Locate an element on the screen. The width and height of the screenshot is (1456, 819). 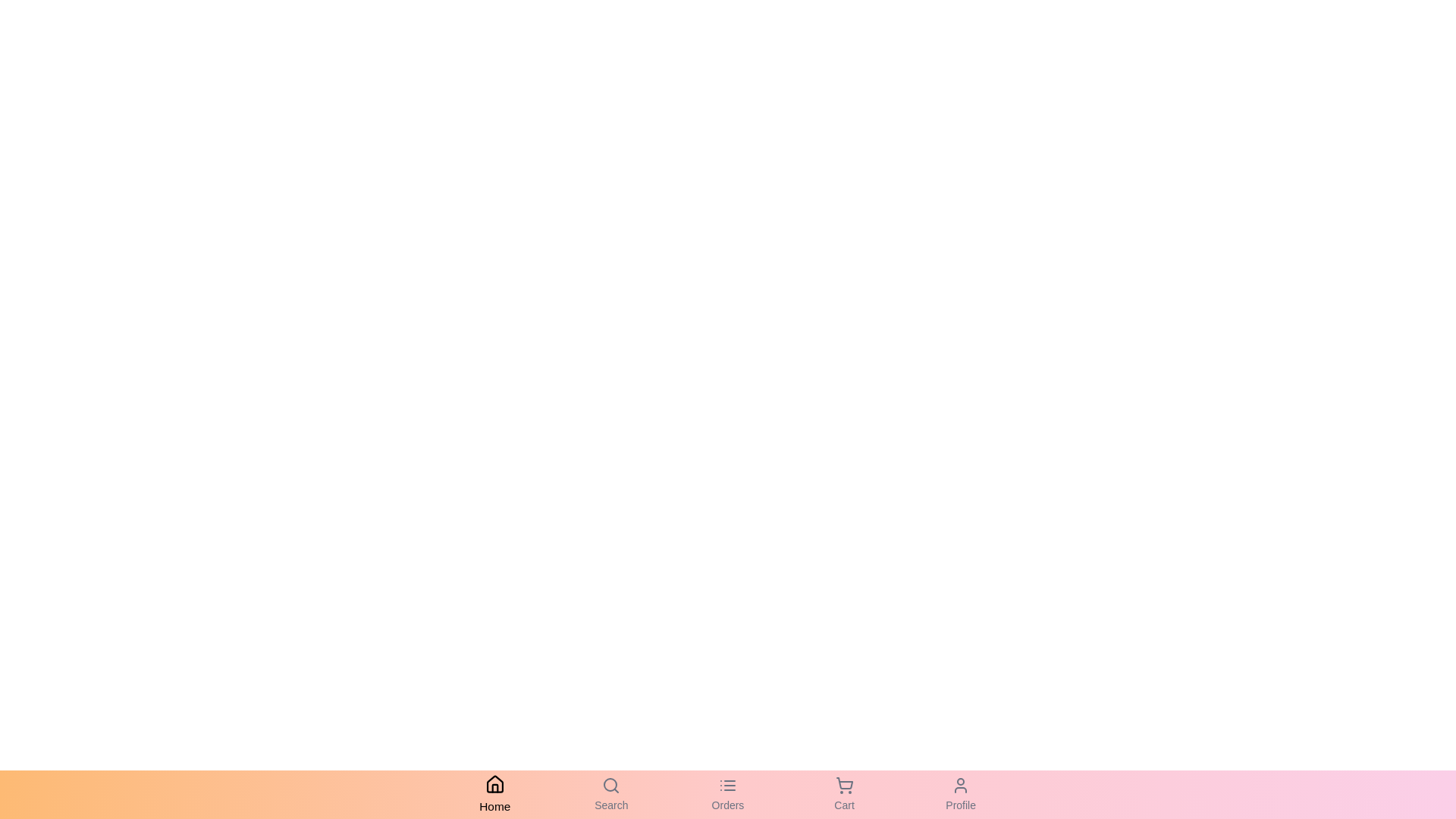
the Home tab by clicking on it is located at coordinates (494, 794).